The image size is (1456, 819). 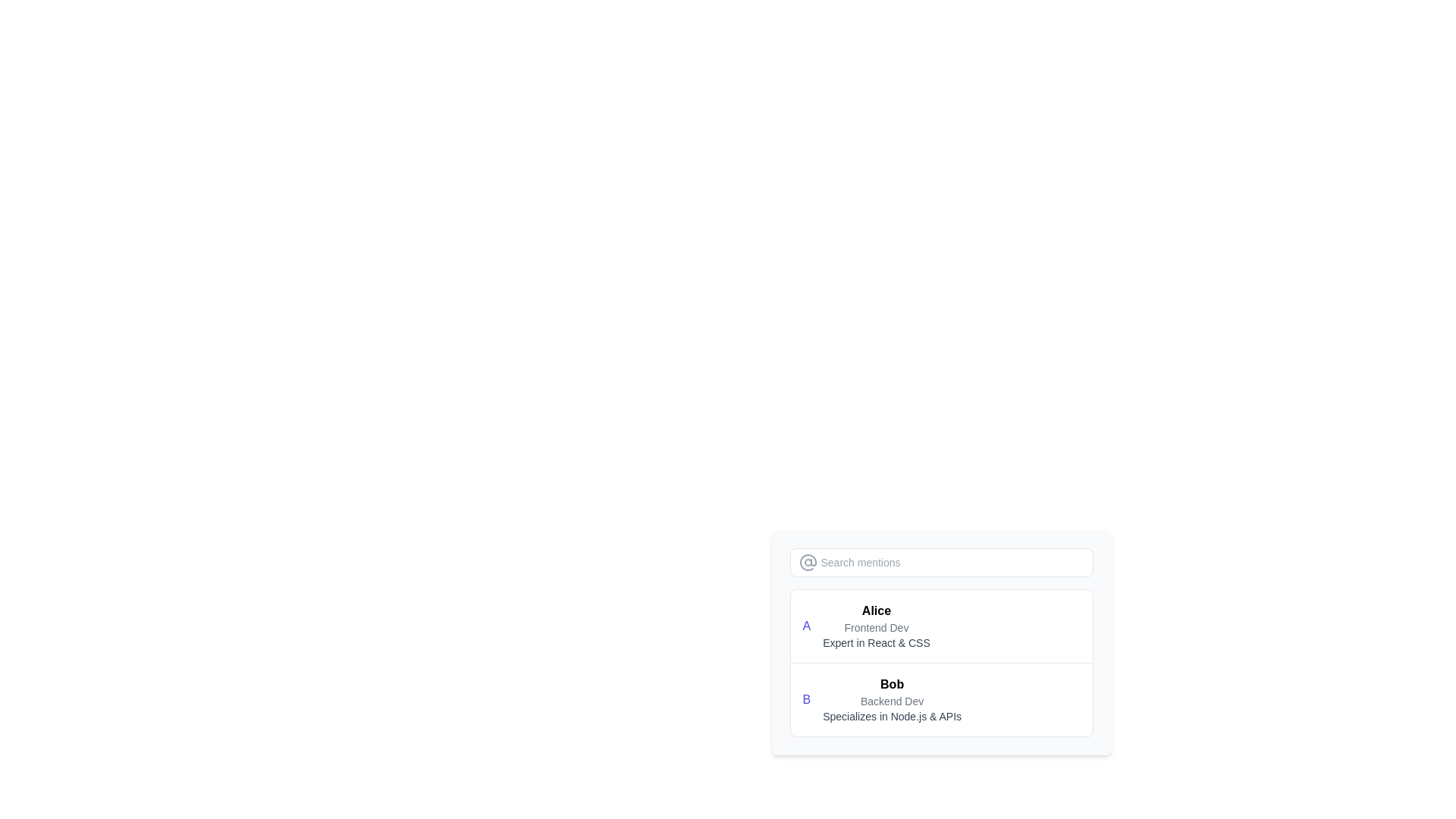 What do you see at coordinates (940, 626) in the screenshot?
I see `information displayed in the User Profile Card, which is the first item in a list of profile cards, located above the card for 'Bob'` at bounding box center [940, 626].